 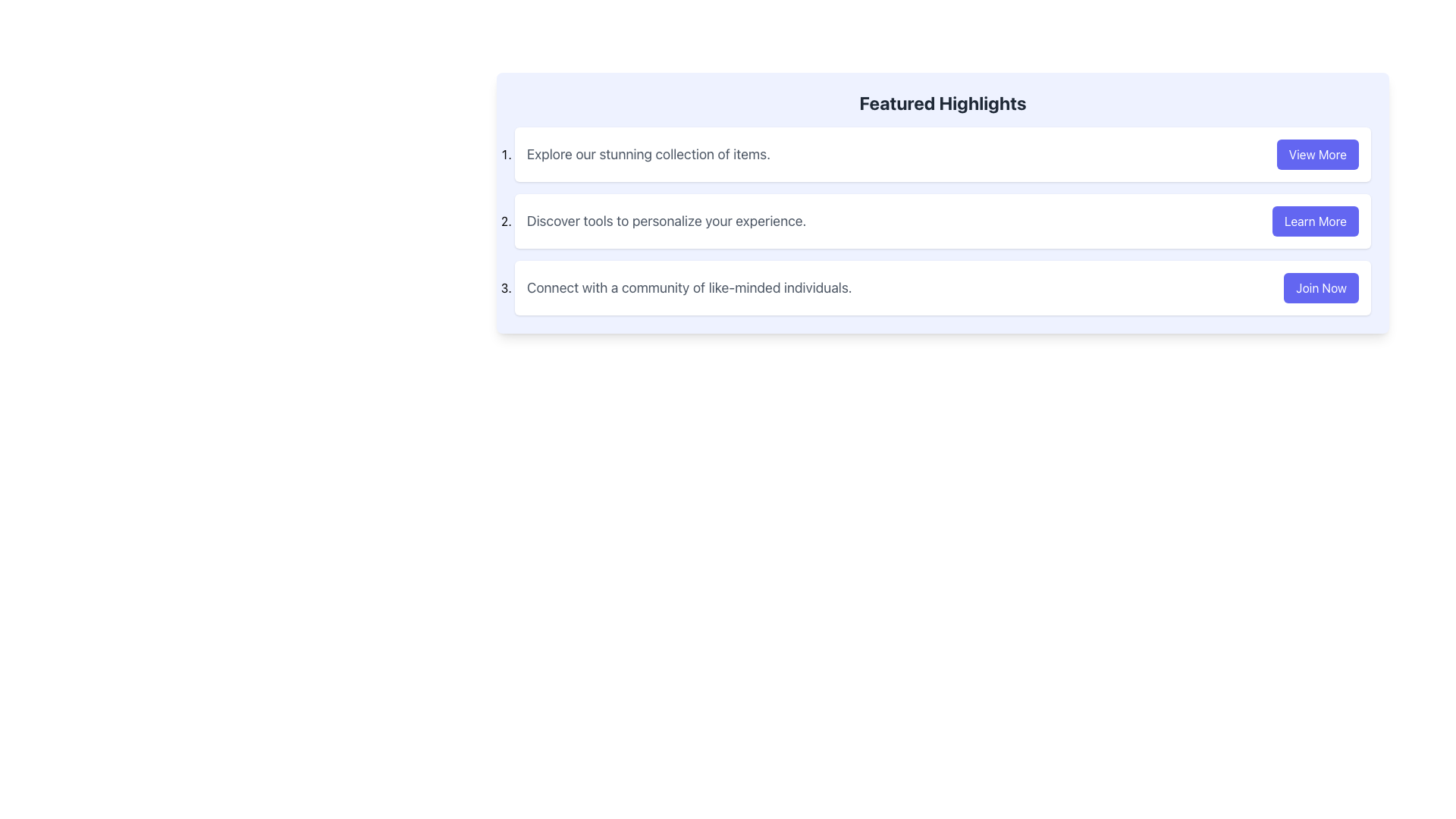 What do you see at coordinates (1314, 221) in the screenshot?
I see `the button located to the right of the text 'Discover tools to personalize your experience.' in the second row of the vertical list to trigger hover effects` at bounding box center [1314, 221].